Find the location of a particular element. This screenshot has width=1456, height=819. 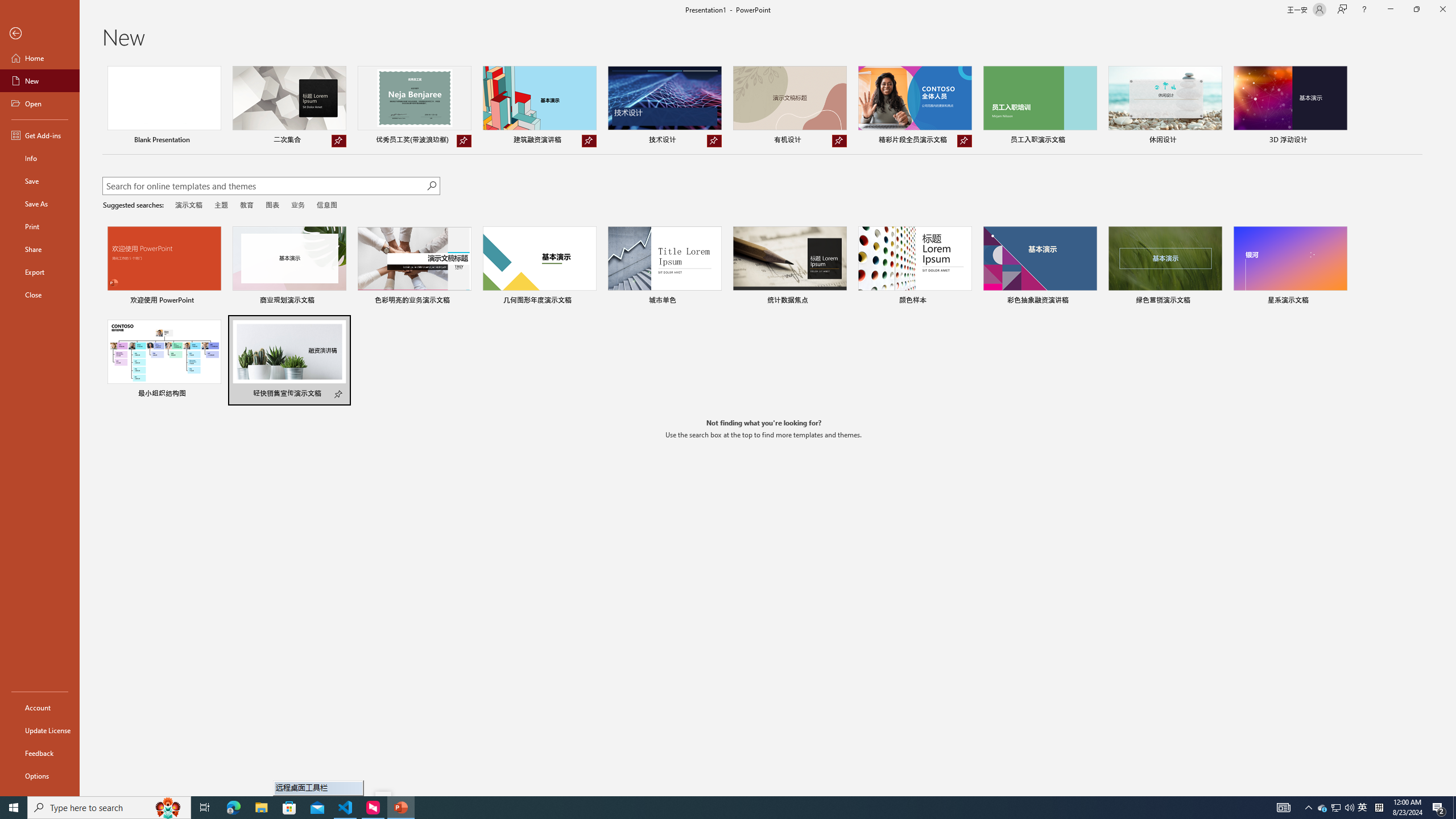

'Feedback' is located at coordinates (39, 753).